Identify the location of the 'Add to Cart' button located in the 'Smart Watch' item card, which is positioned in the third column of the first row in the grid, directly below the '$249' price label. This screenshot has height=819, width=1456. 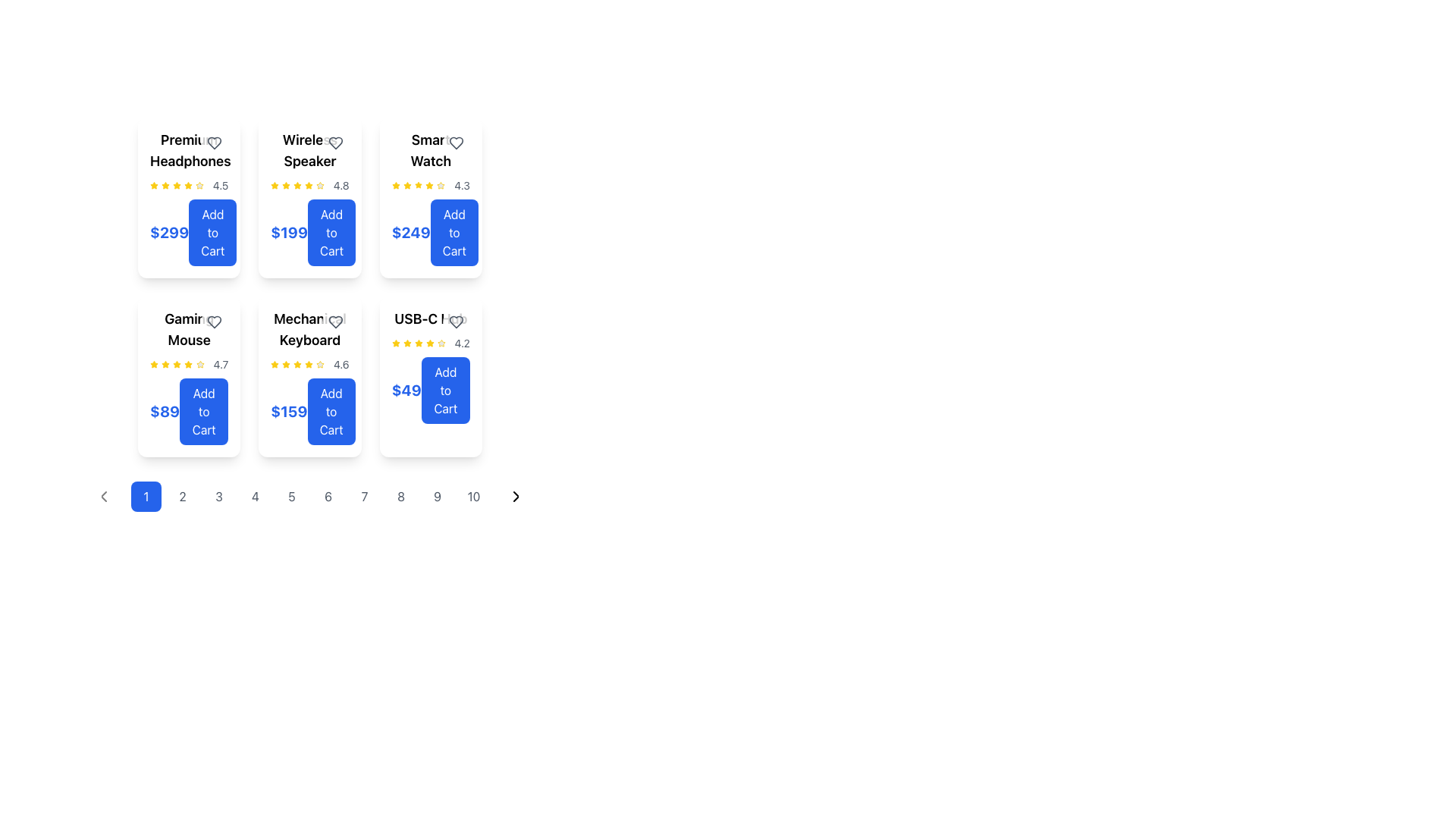
(453, 233).